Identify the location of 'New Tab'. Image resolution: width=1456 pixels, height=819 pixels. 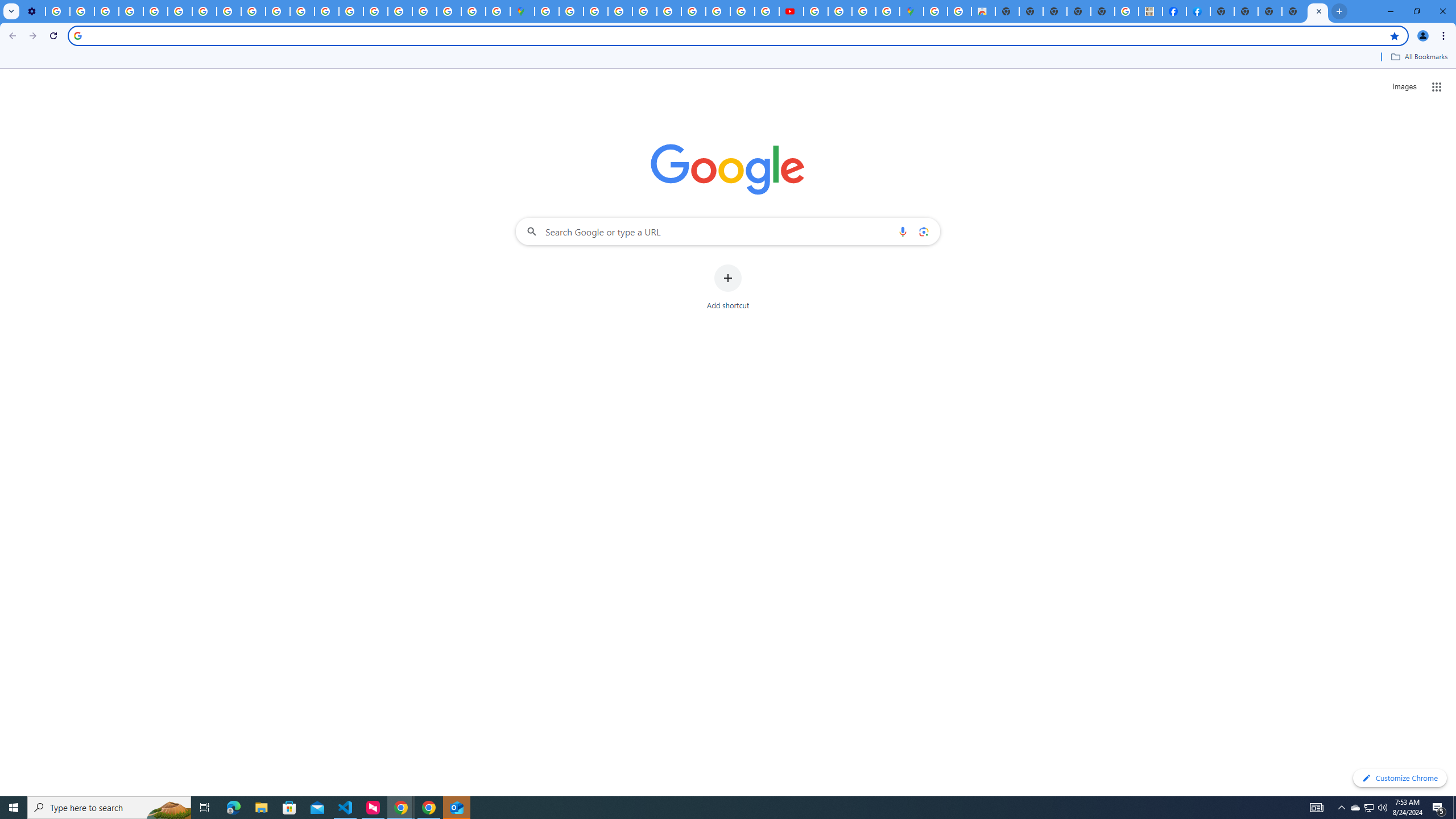
(1317, 11).